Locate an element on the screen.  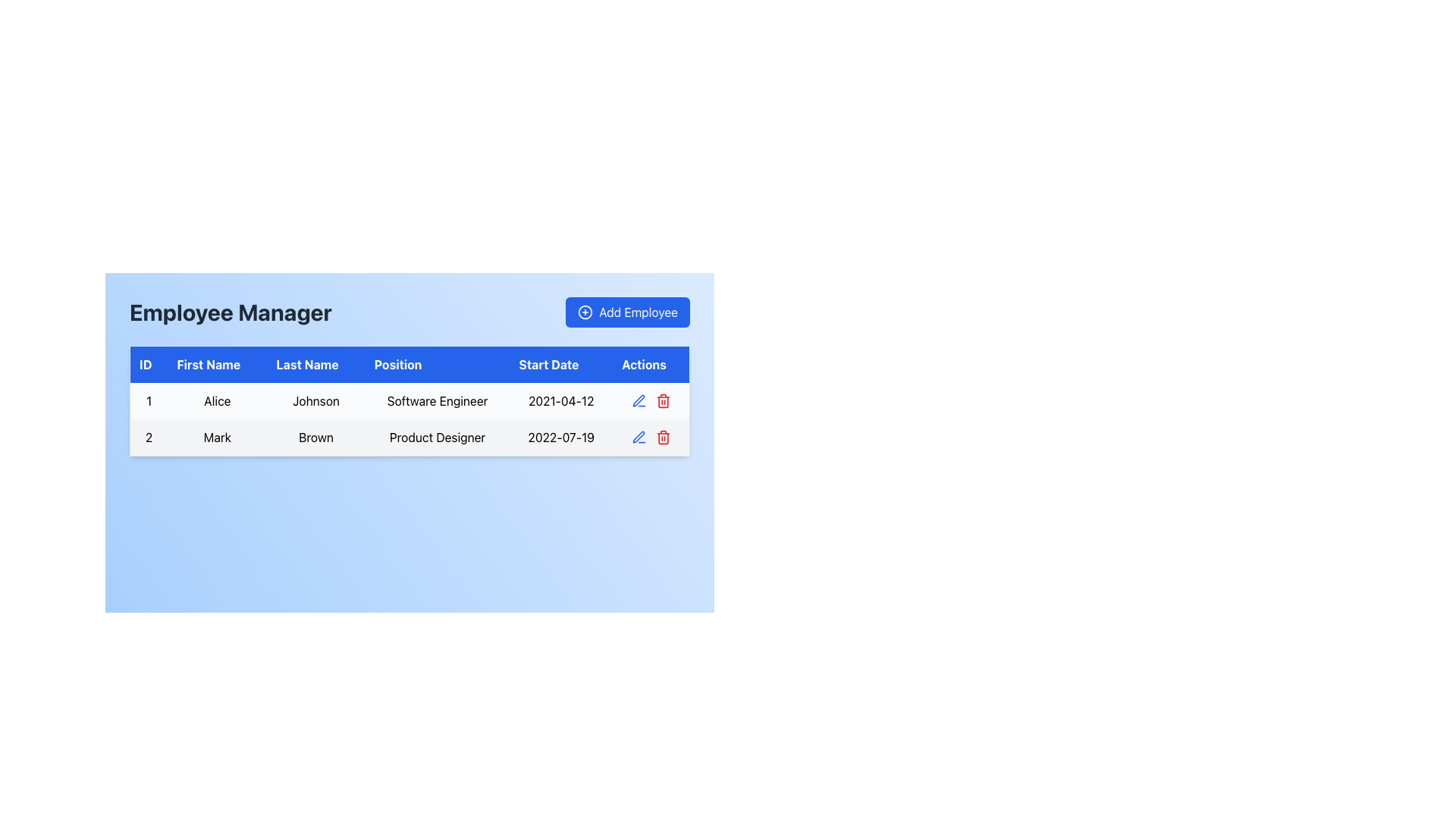
the detailed information displayed in the second row of the employee table under the 'Employee Manager' section is located at coordinates (409, 438).